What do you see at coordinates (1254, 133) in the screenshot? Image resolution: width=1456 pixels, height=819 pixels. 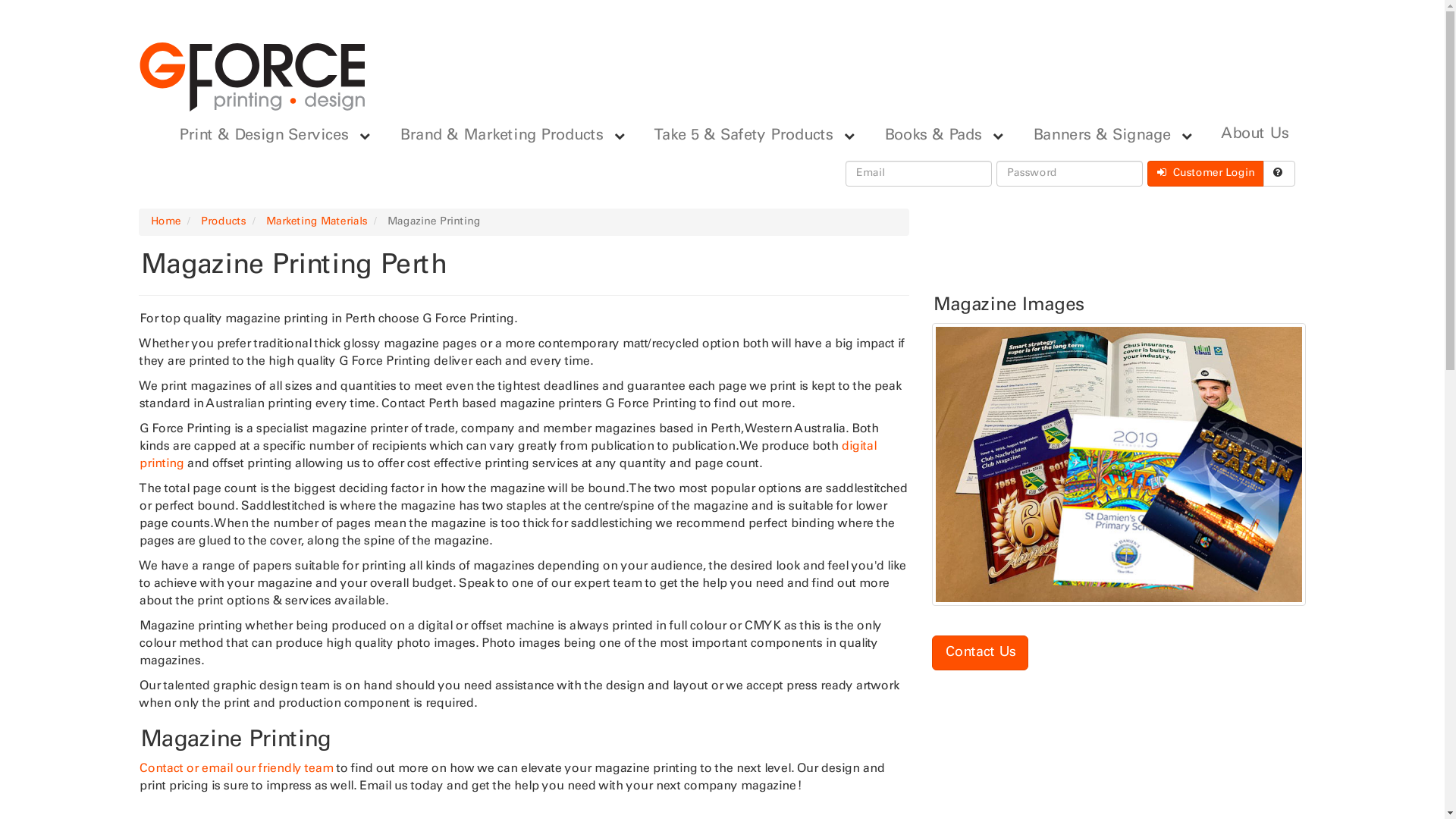 I see `'About Us'` at bounding box center [1254, 133].